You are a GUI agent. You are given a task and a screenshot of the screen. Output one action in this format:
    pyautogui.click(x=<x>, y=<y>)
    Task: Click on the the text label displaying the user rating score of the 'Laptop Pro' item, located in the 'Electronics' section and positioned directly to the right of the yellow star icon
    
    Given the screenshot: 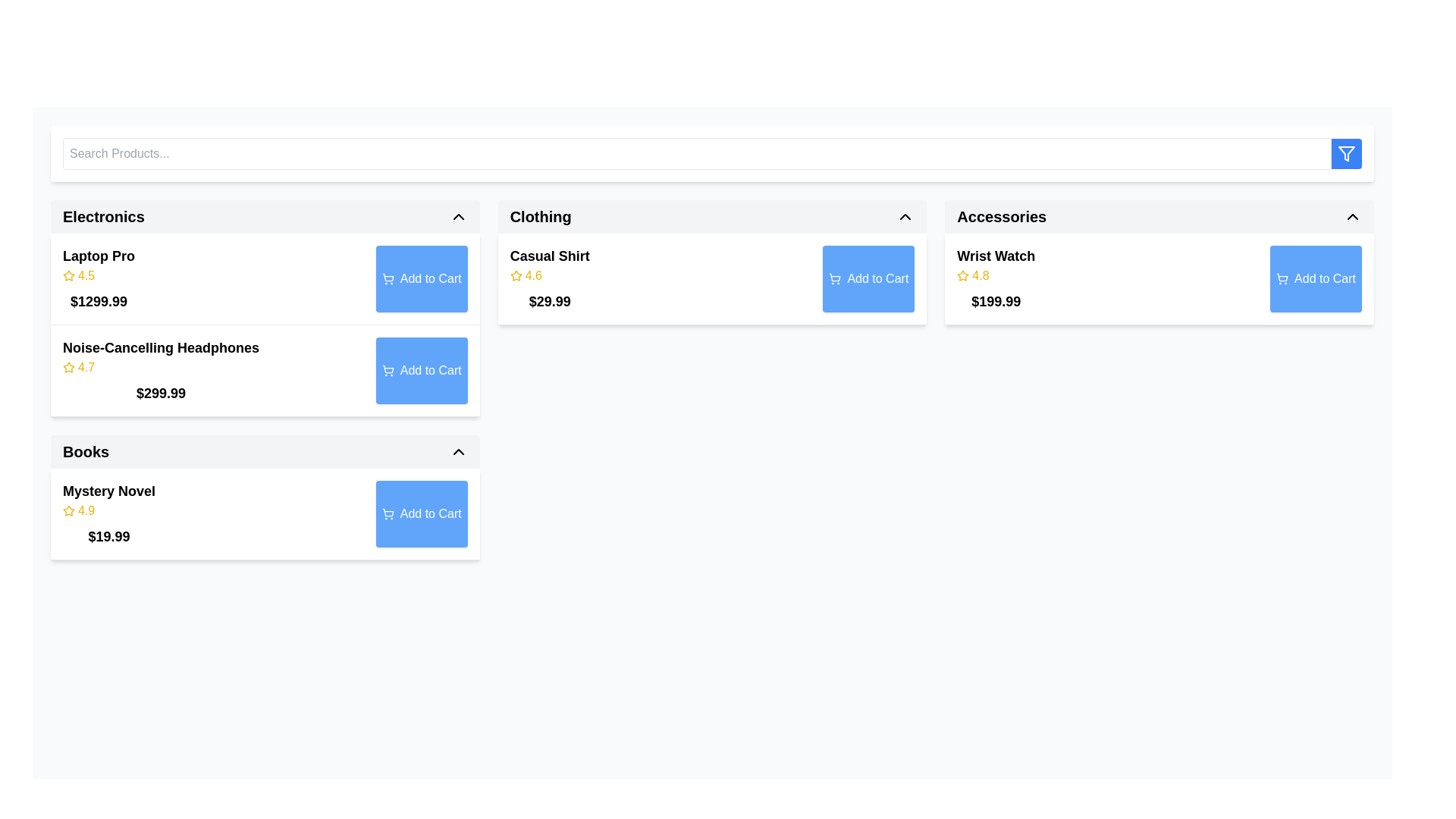 What is the action you would take?
    pyautogui.click(x=86, y=275)
    